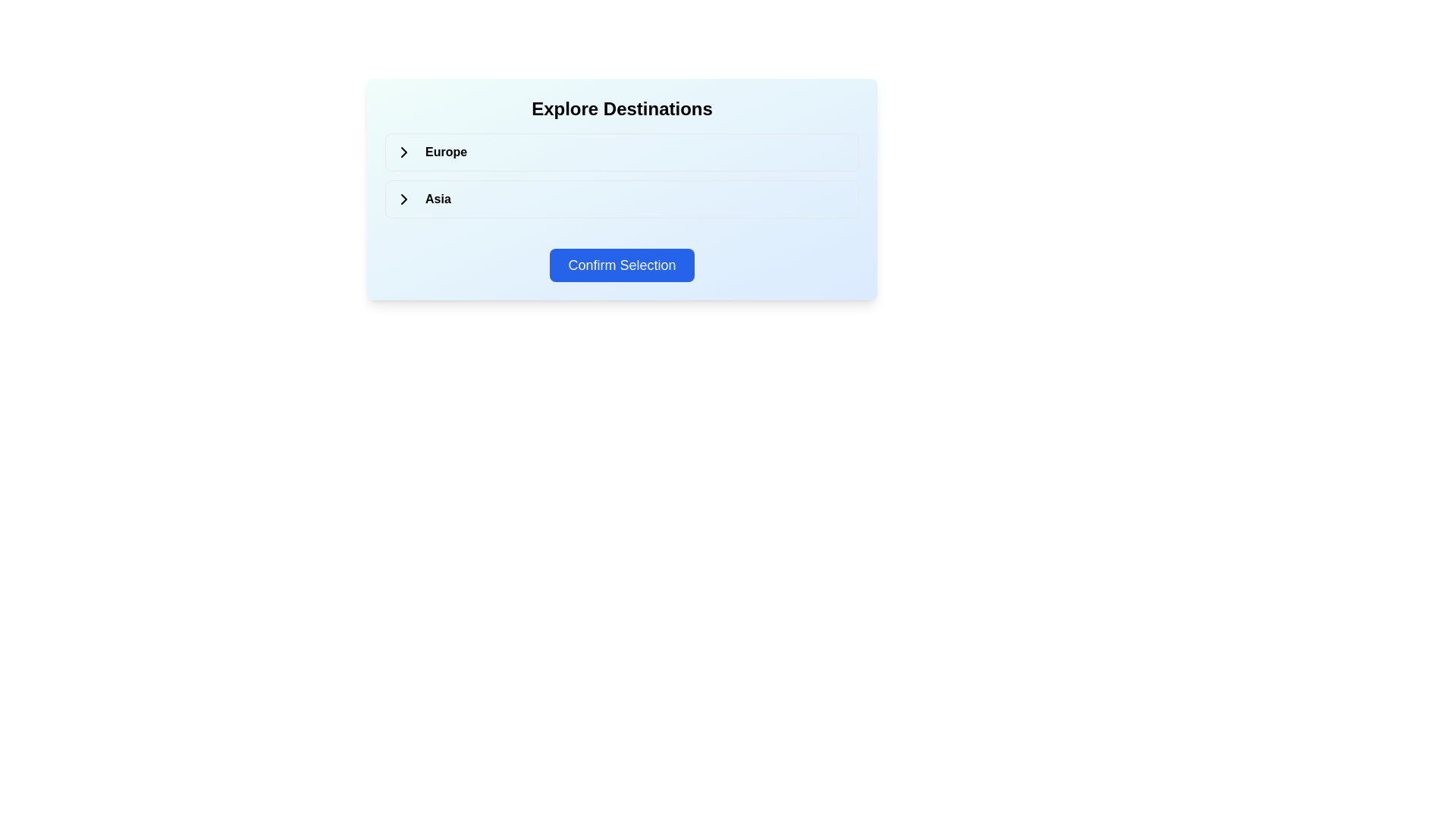  What do you see at coordinates (622, 152) in the screenshot?
I see `the button labeled 'Europe', which is styled with a light background and rounded edges` at bounding box center [622, 152].